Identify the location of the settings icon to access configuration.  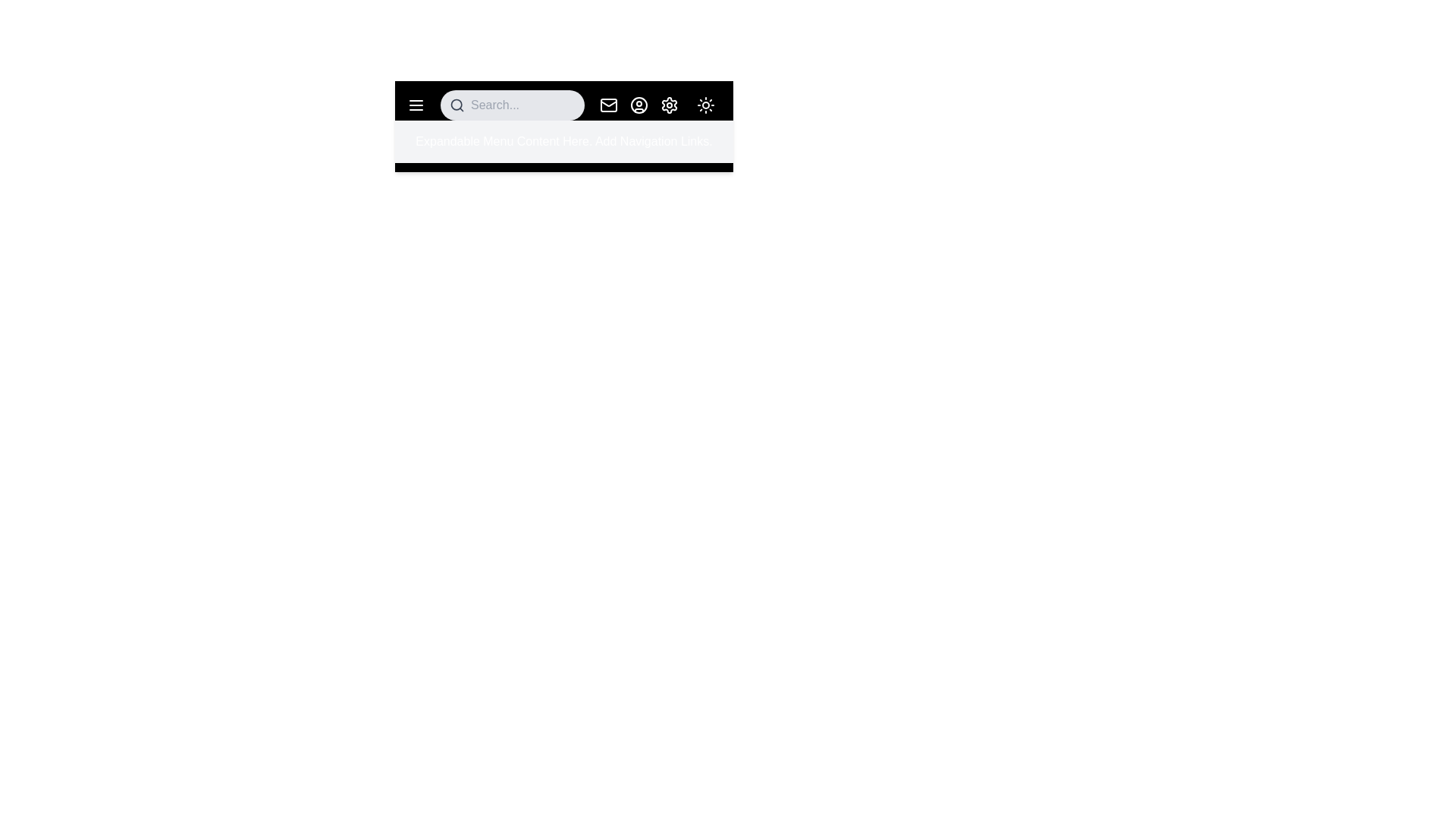
(669, 104).